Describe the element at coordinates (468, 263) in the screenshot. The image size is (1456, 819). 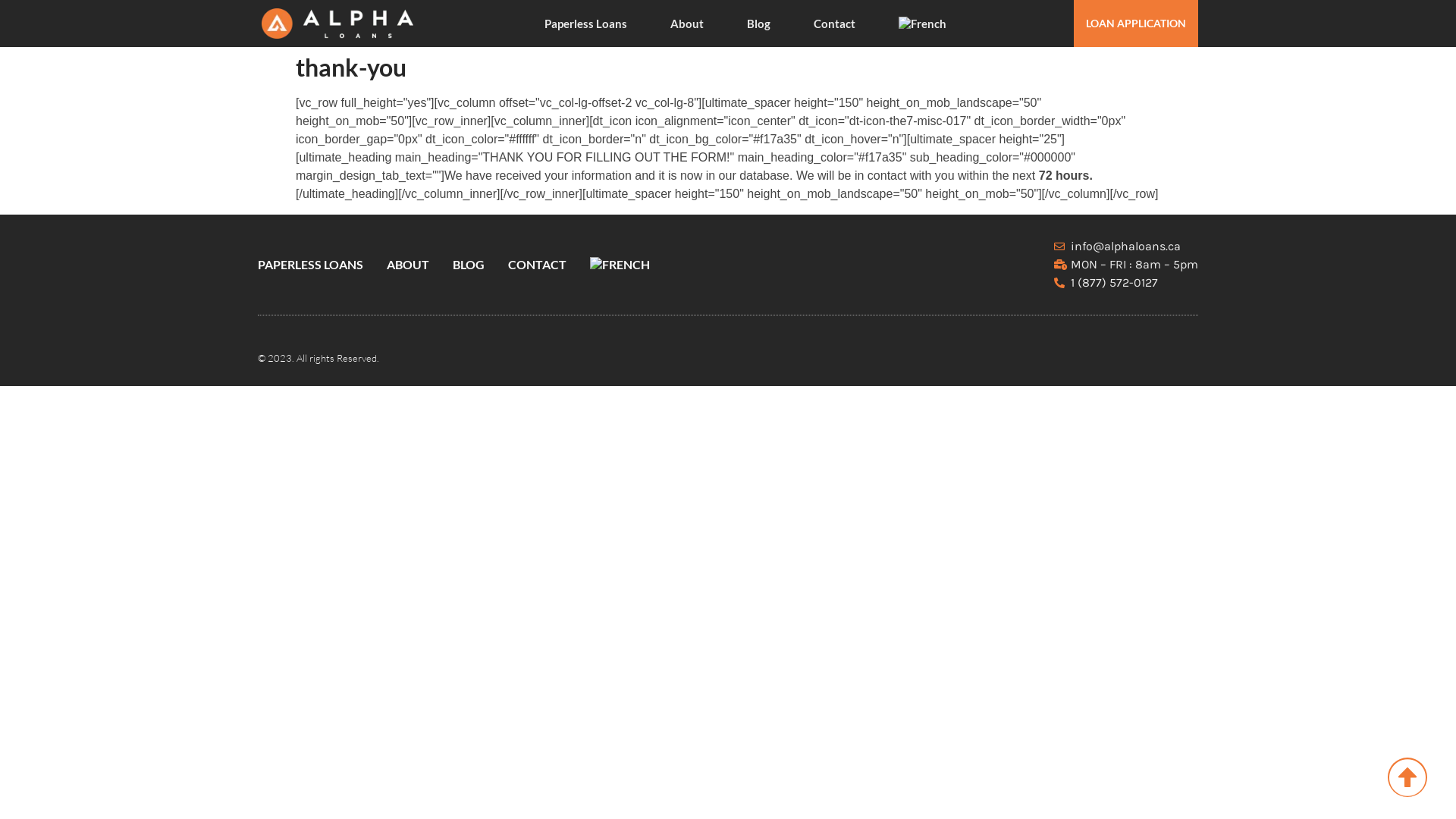
I see `'BLOG'` at that location.